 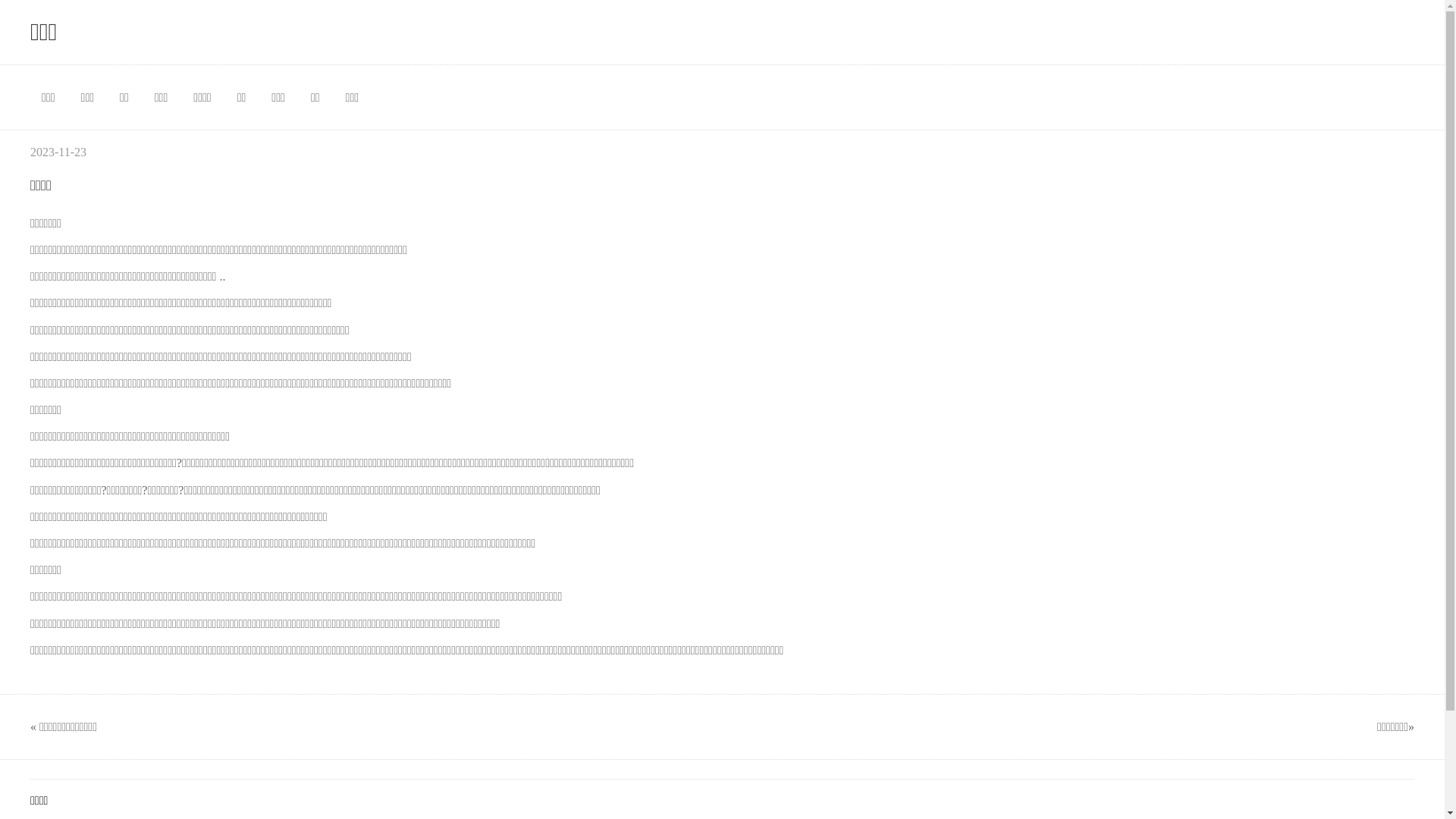 What do you see at coordinates (58, 152) in the screenshot?
I see `'2023-11-23'` at bounding box center [58, 152].